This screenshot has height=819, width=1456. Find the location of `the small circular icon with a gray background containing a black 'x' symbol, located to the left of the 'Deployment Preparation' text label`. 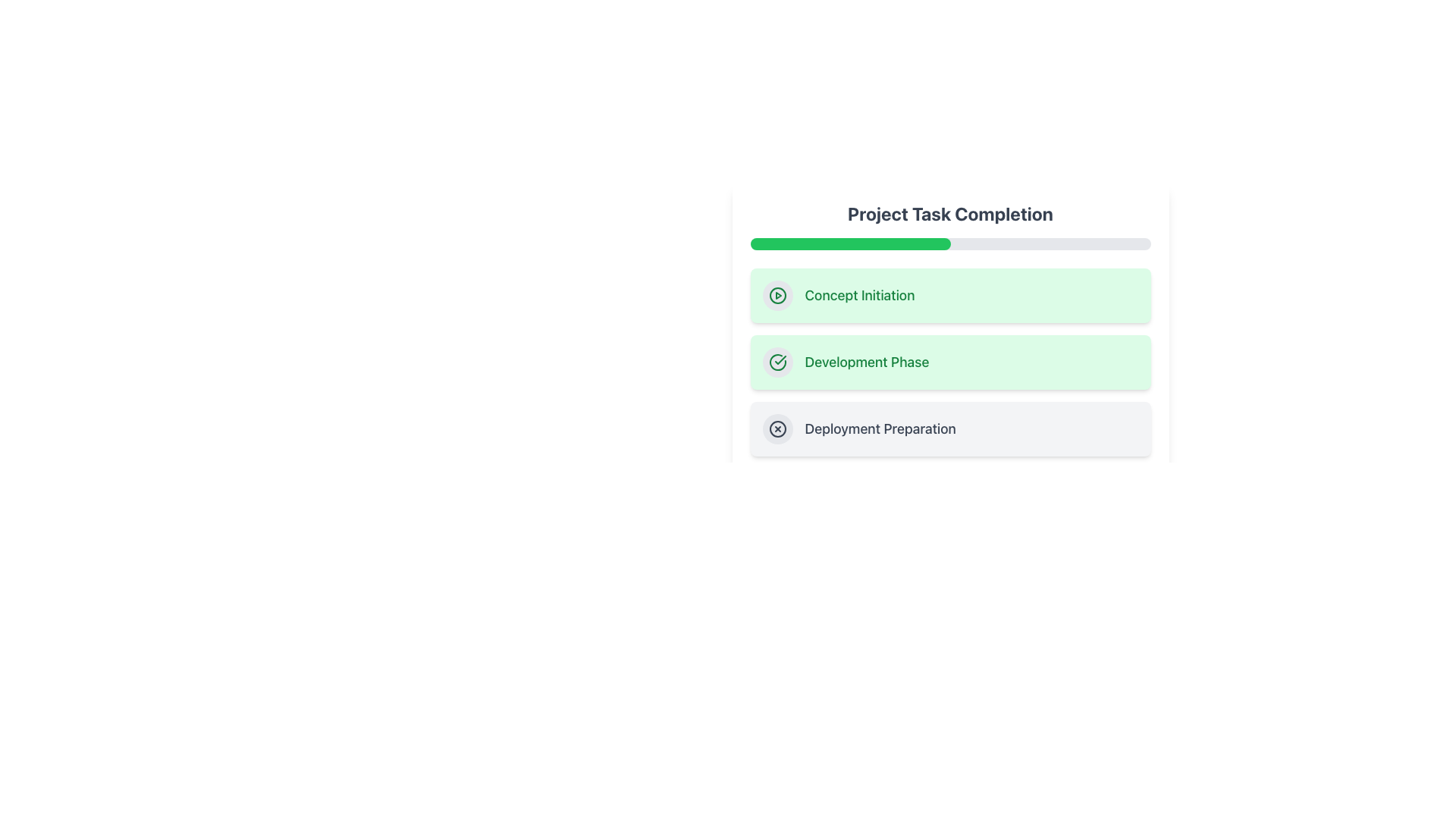

the small circular icon with a gray background containing a black 'x' symbol, located to the left of the 'Deployment Preparation' text label is located at coordinates (777, 429).